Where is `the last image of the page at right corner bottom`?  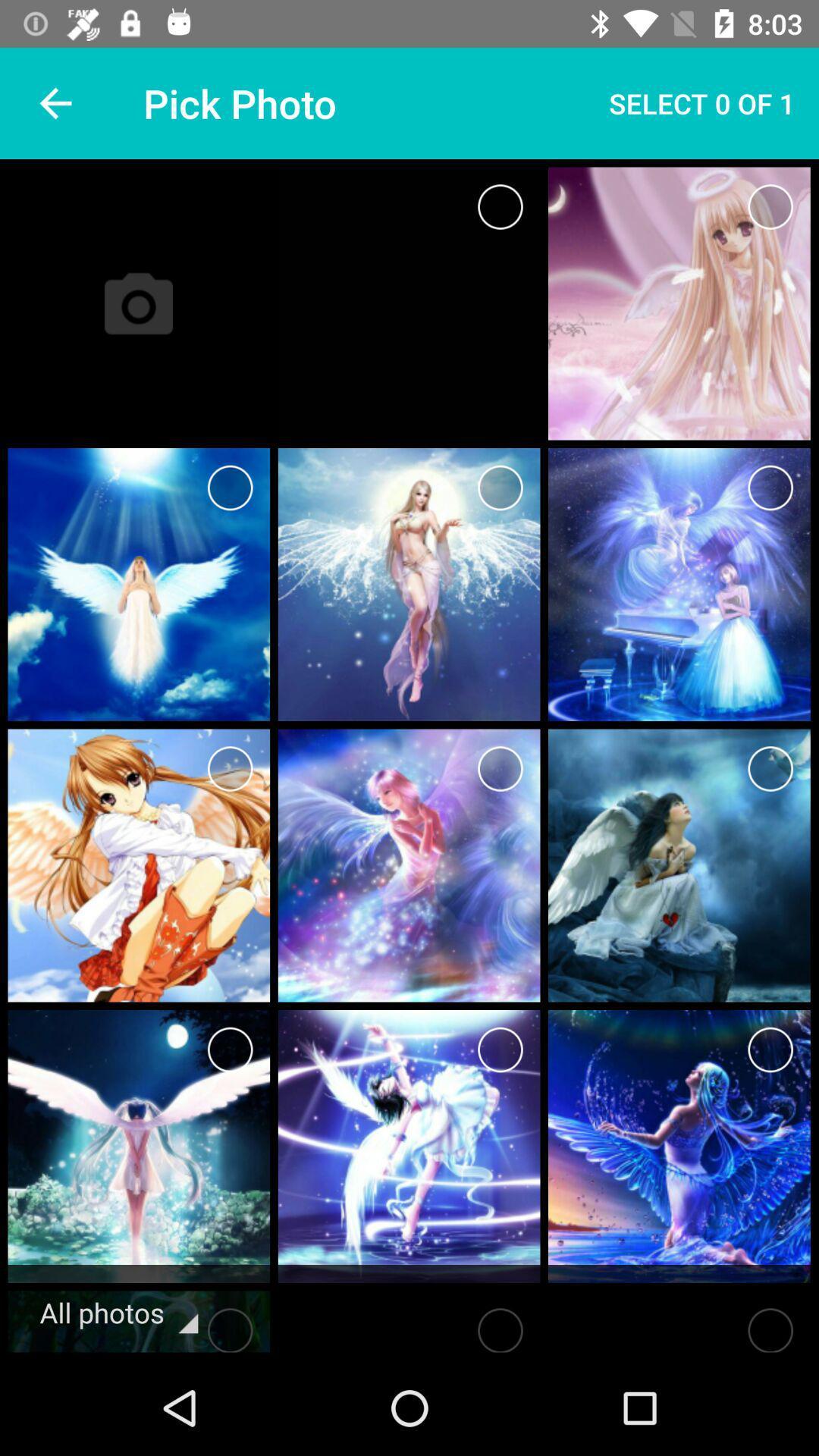
the last image of the page at right corner bottom is located at coordinates (678, 1147).